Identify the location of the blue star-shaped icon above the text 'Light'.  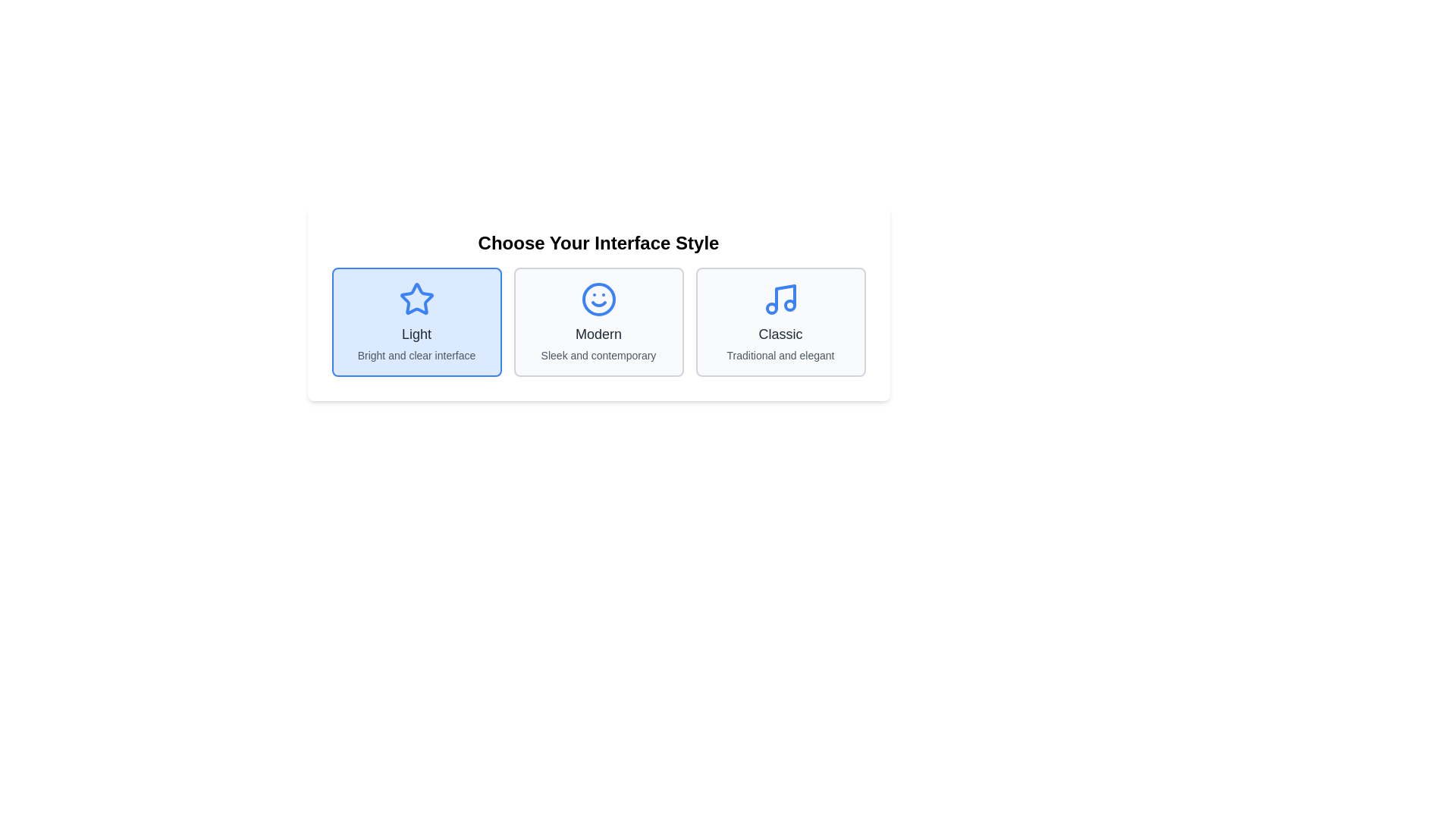
(416, 299).